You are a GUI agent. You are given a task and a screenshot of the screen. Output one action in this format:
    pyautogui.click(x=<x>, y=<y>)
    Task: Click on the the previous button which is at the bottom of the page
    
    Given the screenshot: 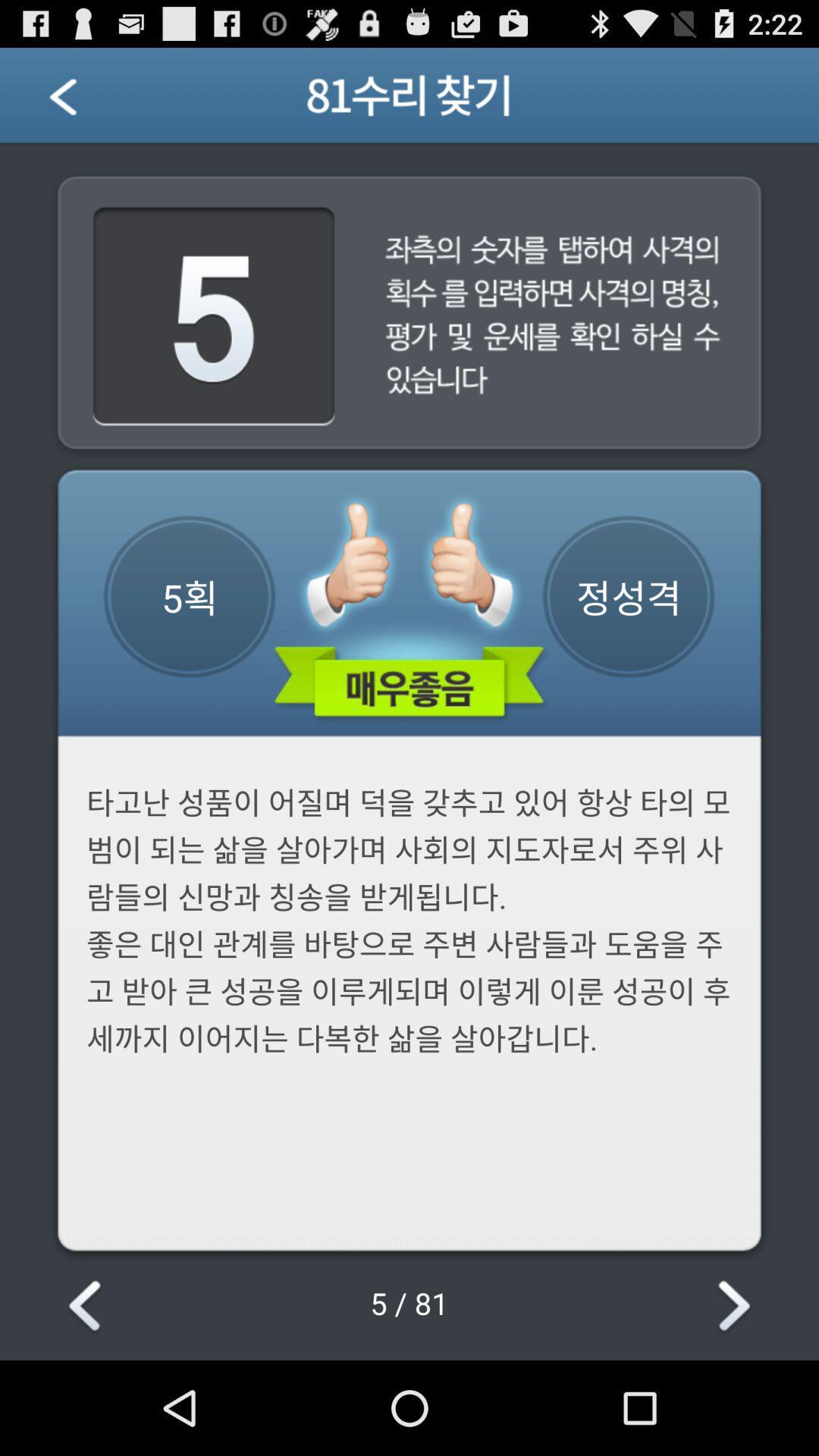 What is the action you would take?
    pyautogui.click(x=87, y=1307)
    